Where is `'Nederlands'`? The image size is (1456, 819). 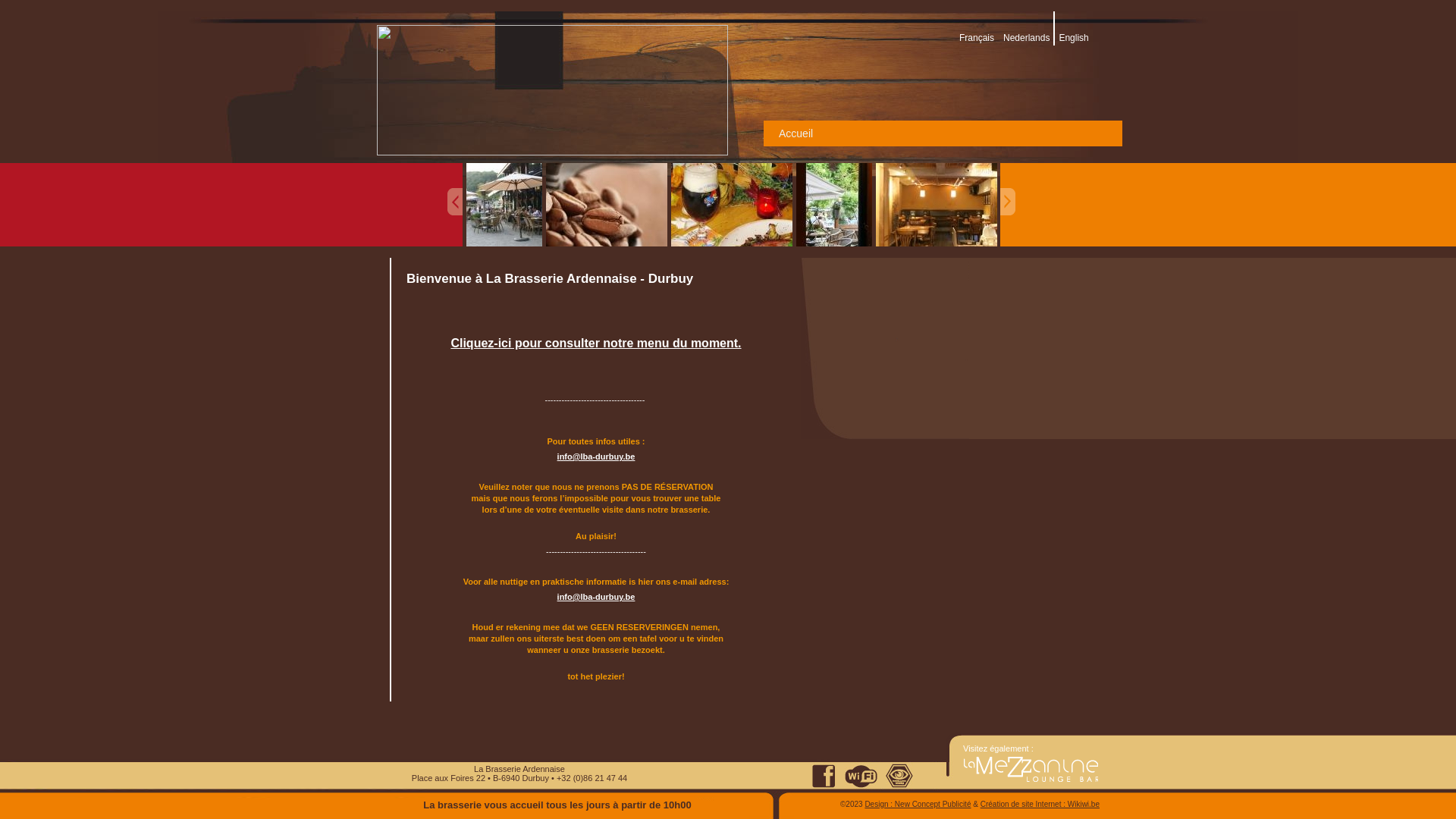 'Nederlands' is located at coordinates (1003, 37).